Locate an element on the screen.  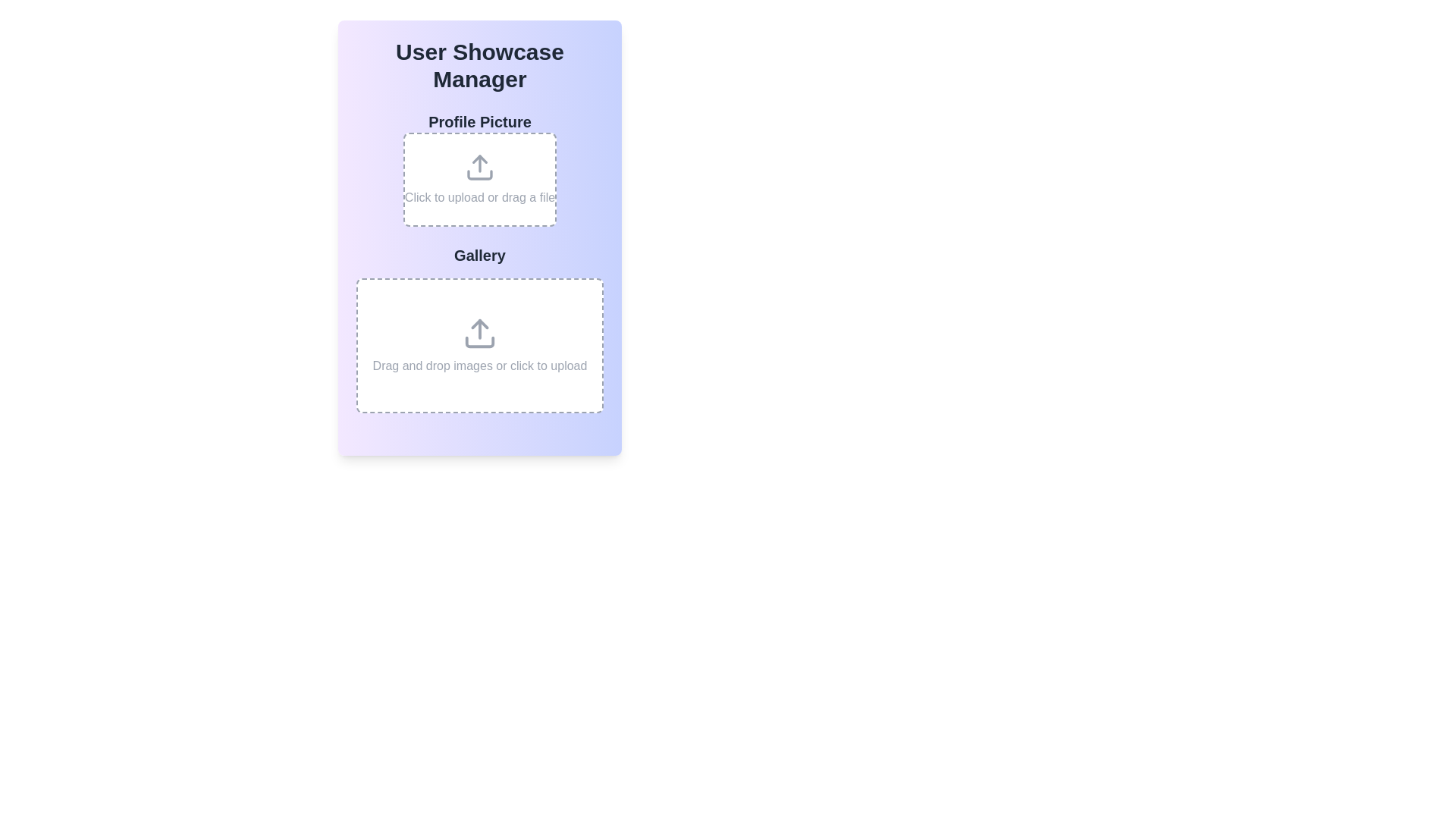
and drop files into the interactive file upload area located below the title 'Gallery' is located at coordinates (479, 345).